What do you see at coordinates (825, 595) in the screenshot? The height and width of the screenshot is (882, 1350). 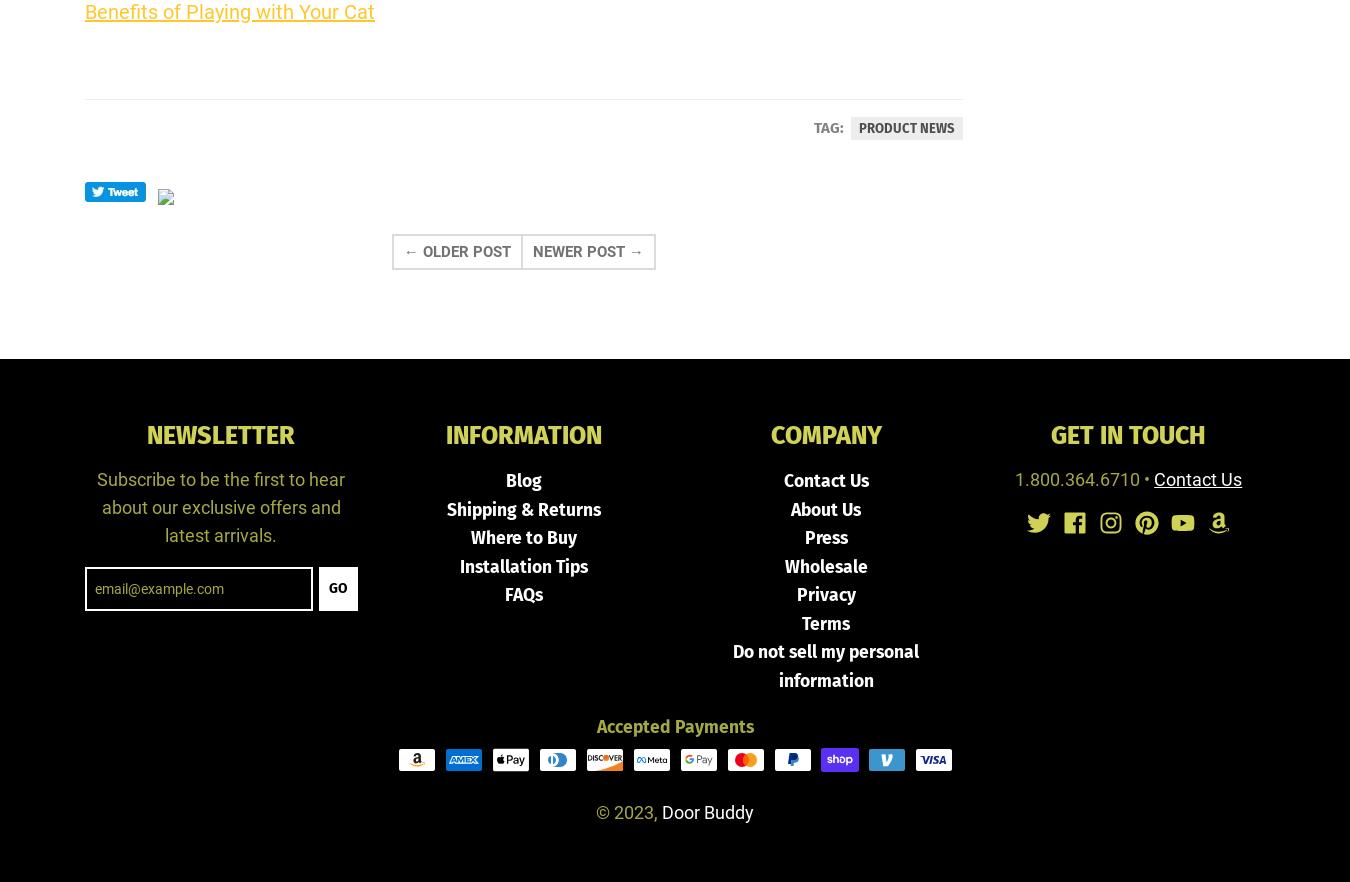 I see `'Privacy'` at bounding box center [825, 595].